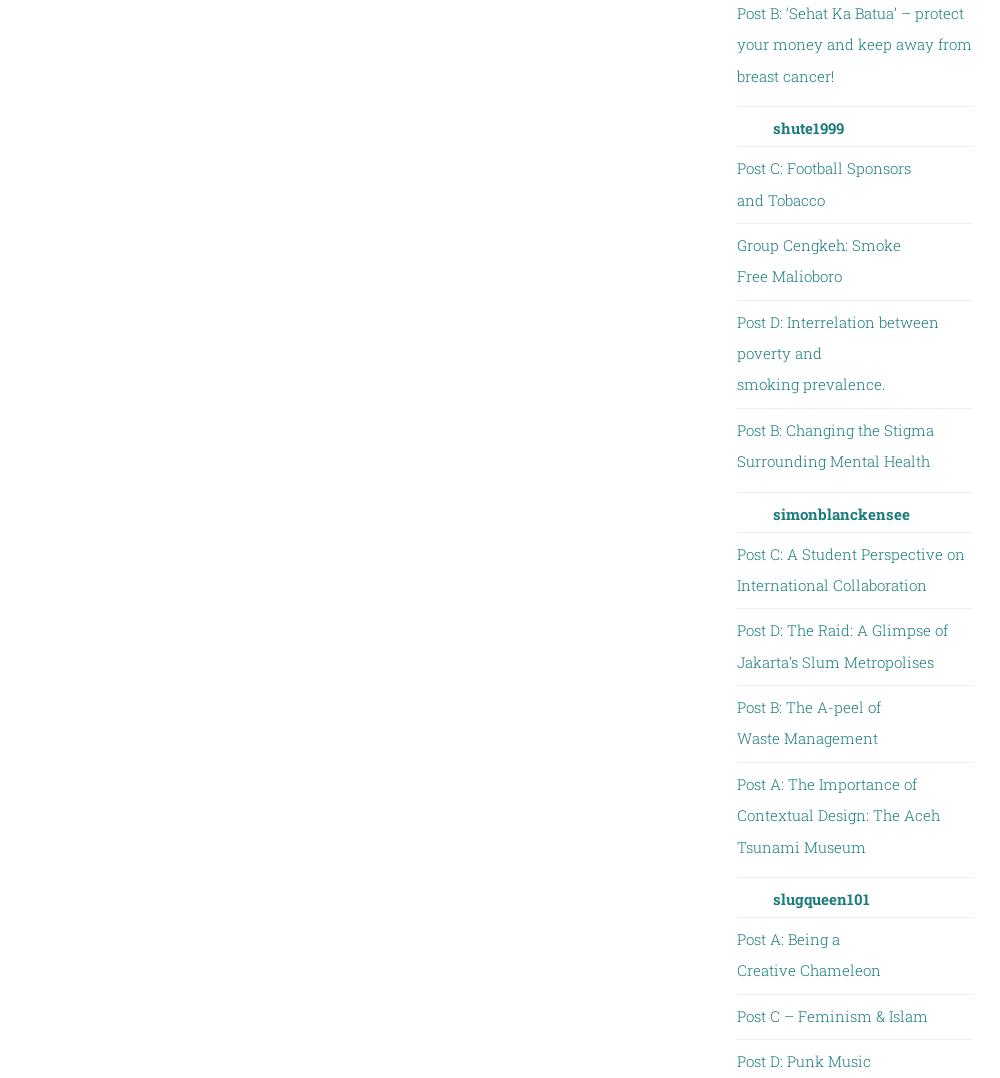 This screenshot has height=1078, width=1000. I want to click on 'slugqueen101', so click(819, 897).